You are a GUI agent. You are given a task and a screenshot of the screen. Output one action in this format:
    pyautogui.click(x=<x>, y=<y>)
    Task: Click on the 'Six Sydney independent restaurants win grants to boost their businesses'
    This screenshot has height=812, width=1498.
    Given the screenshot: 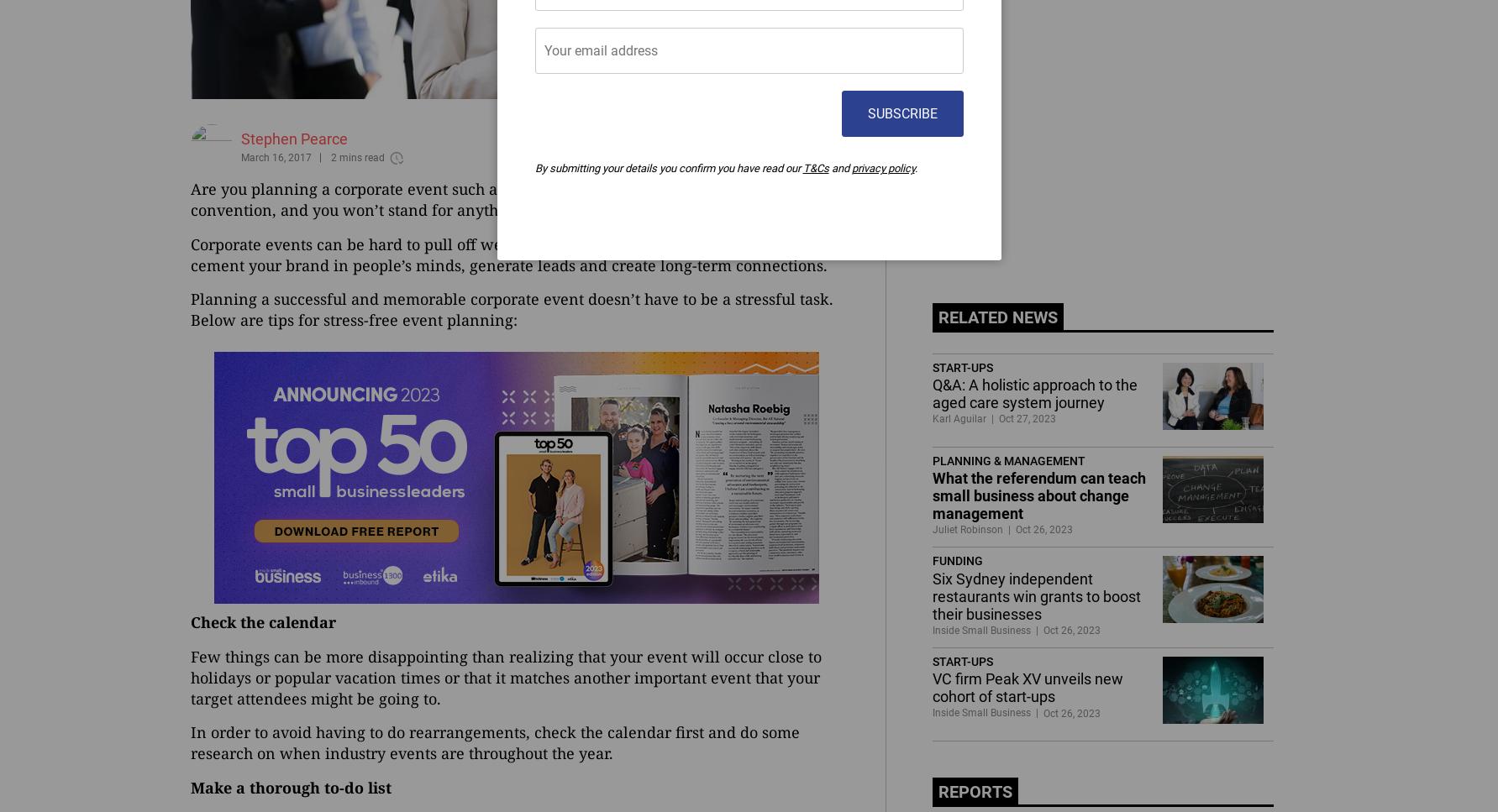 What is the action you would take?
    pyautogui.click(x=931, y=595)
    